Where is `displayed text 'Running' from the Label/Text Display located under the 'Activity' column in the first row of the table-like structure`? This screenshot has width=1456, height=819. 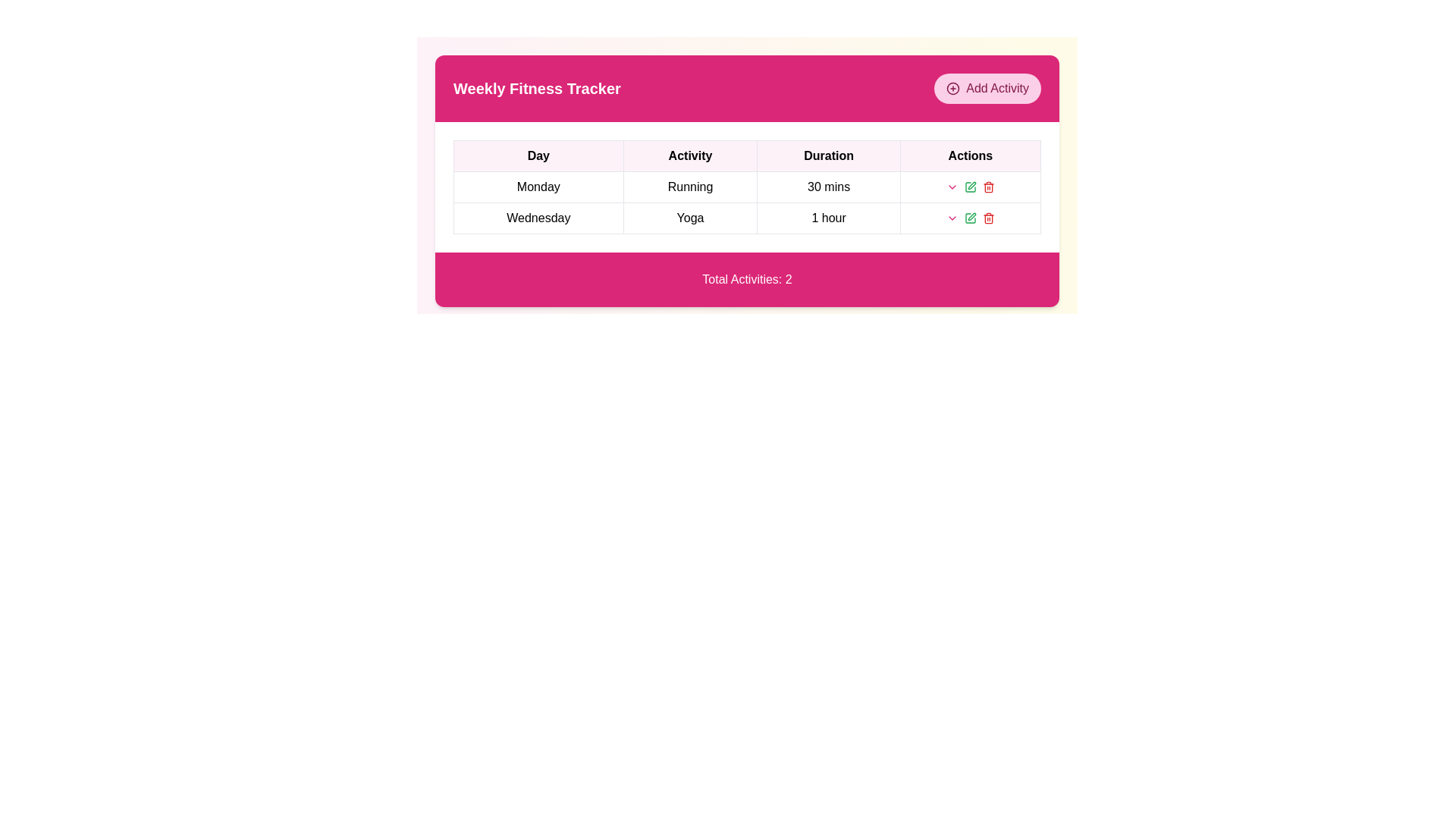
displayed text 'Running' from the Label/Text Display located under the 'Activity' column in the first row of the table-like structure is located at coordinates (689, 186).